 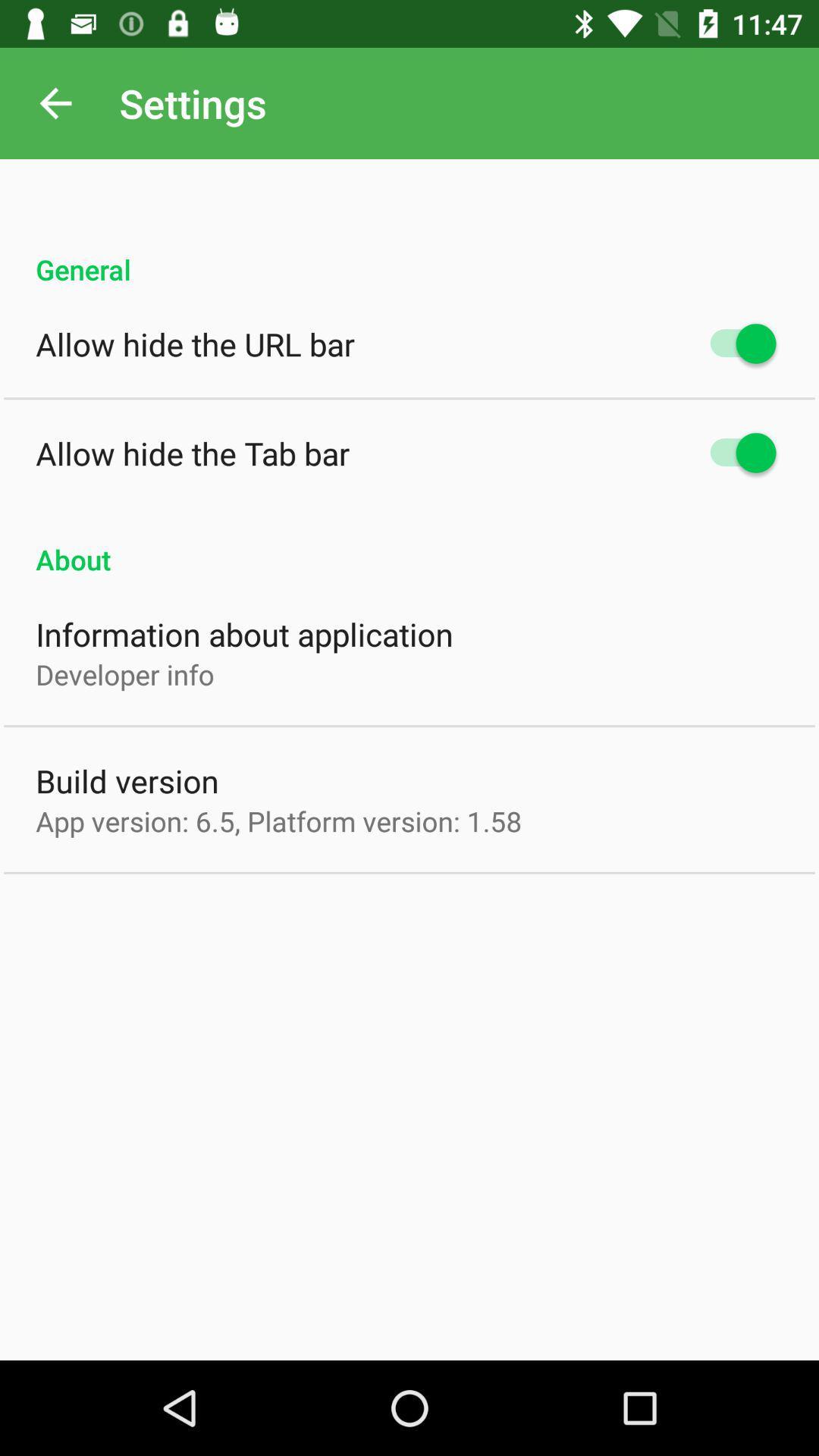 What do you see at coordinates (124, 673) in the screenshot?
I see `the icon above the build version icon` at bounding box center [124, 673].